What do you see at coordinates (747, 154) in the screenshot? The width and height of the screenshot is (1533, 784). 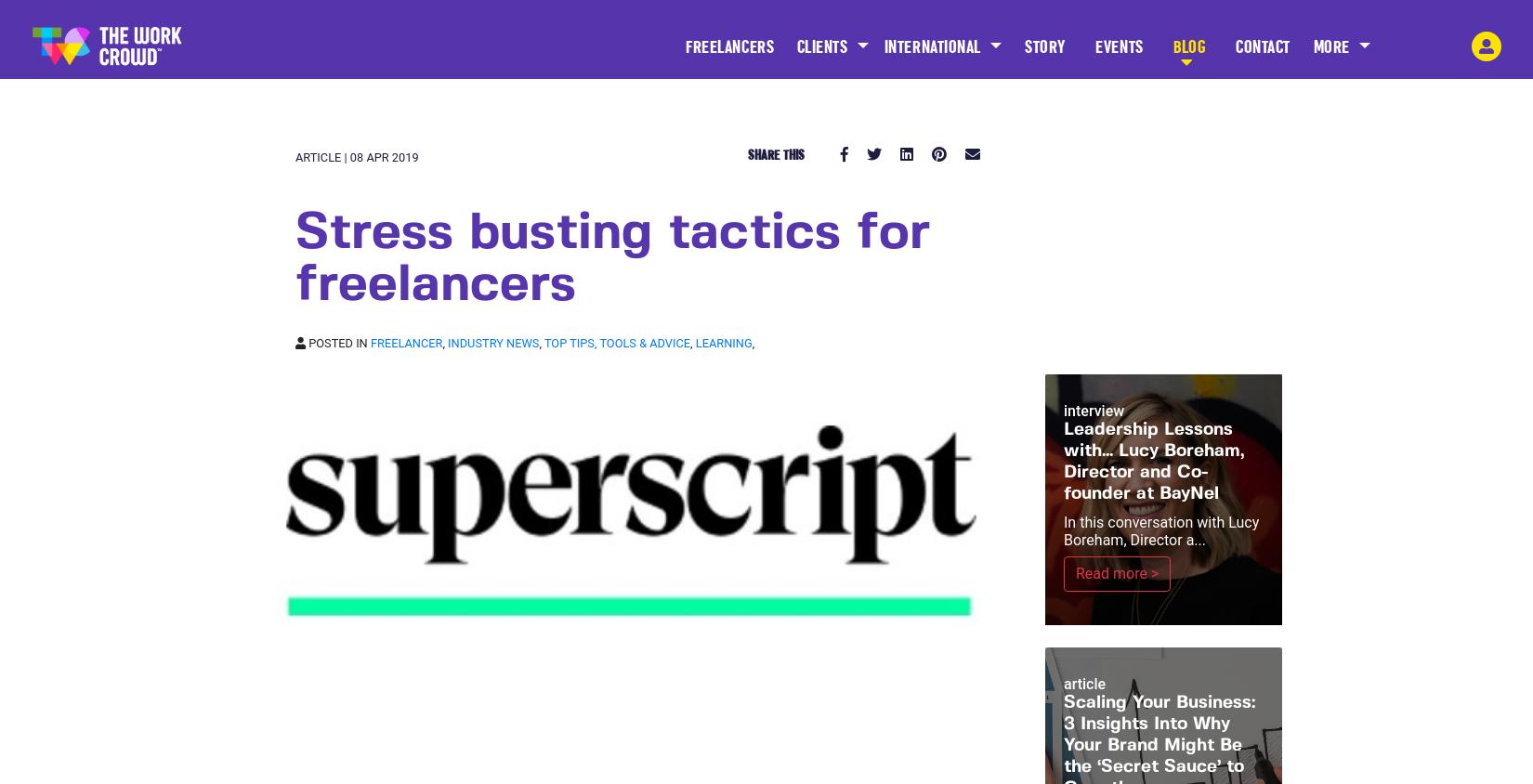 I see `'SHARE THIS'` at bounding box center [747, 154].